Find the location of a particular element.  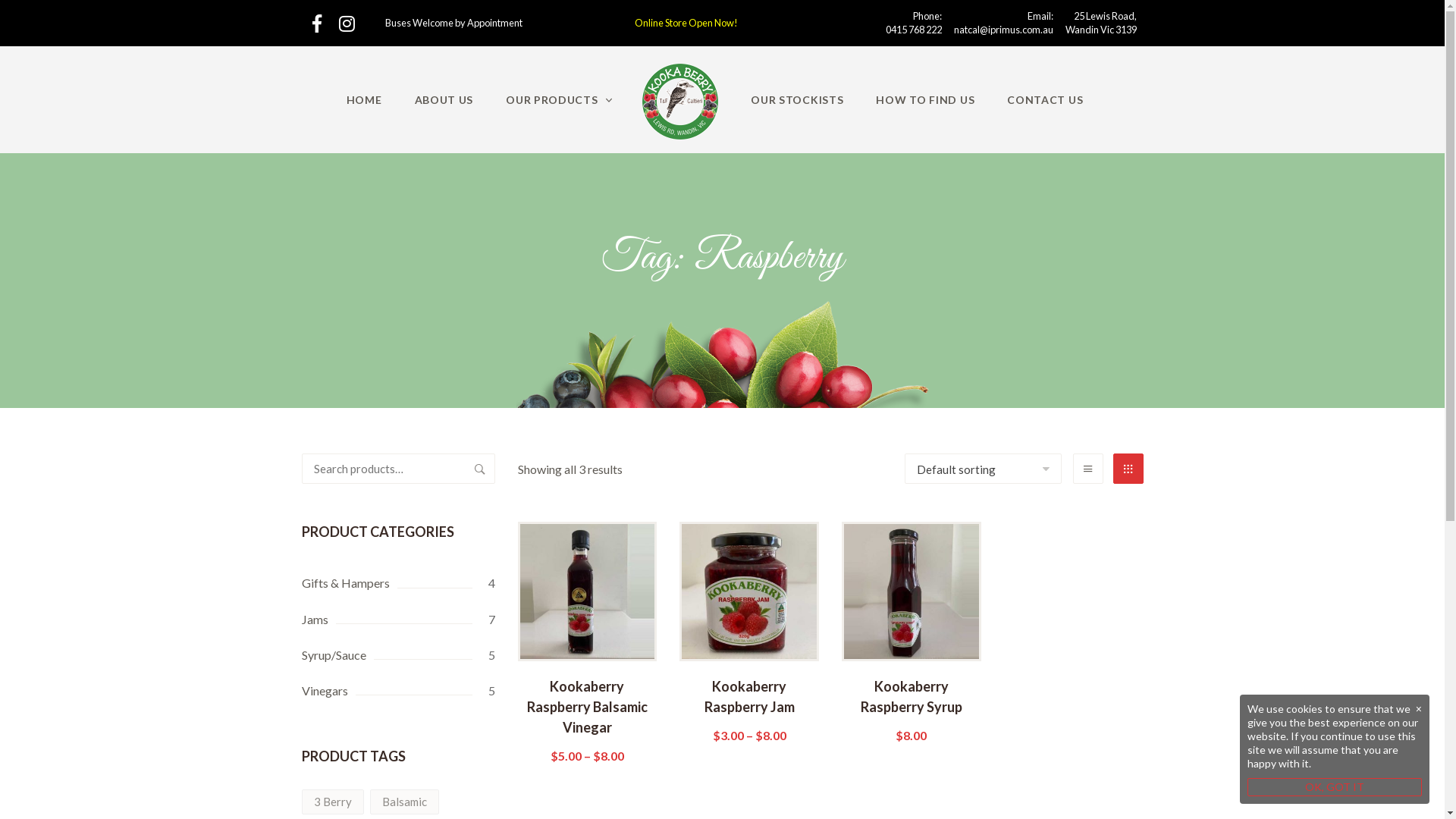

'OK, GOT IT' is located at coordinates (1335, 786).